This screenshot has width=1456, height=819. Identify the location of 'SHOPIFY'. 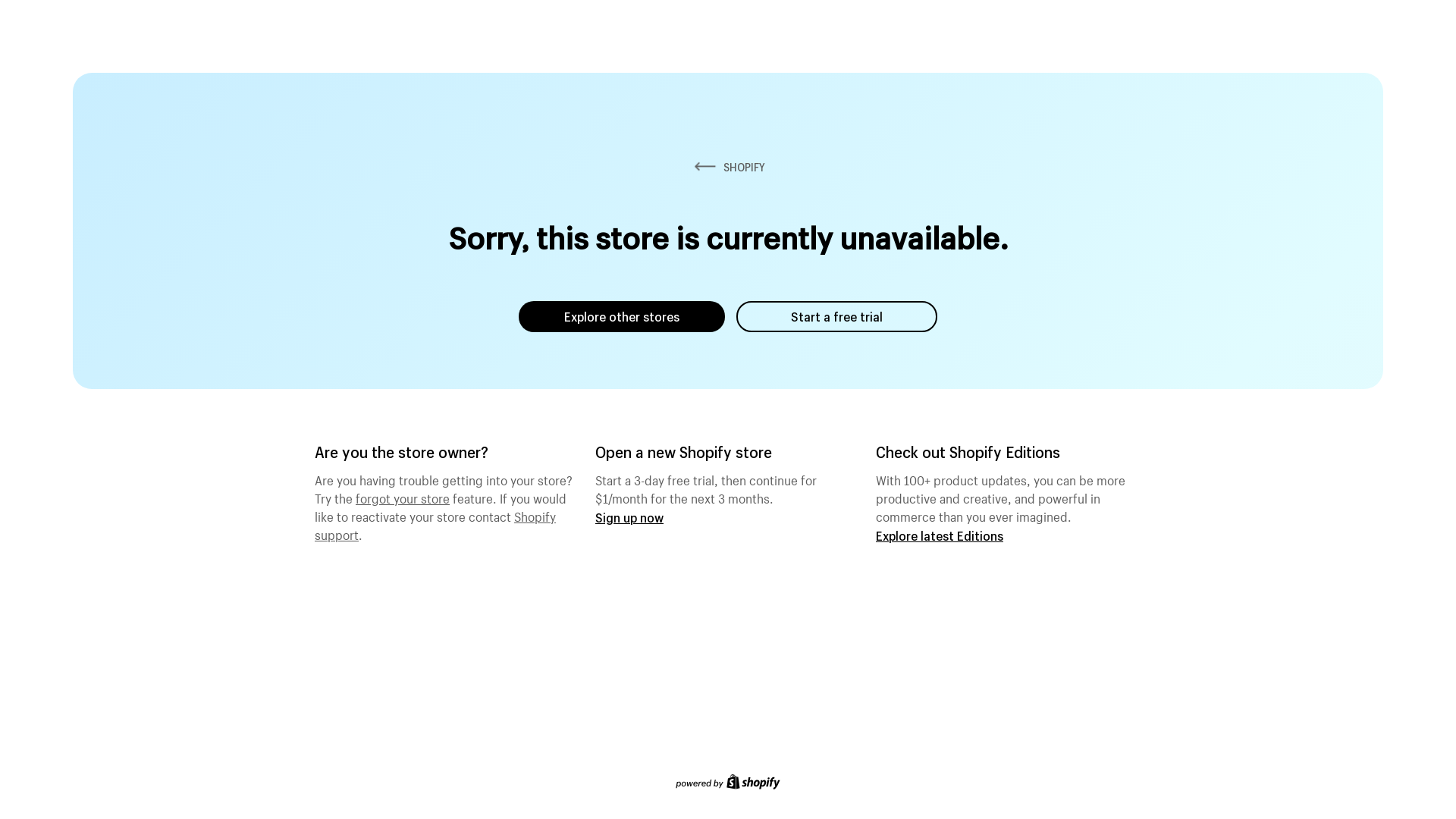
(728, 167).